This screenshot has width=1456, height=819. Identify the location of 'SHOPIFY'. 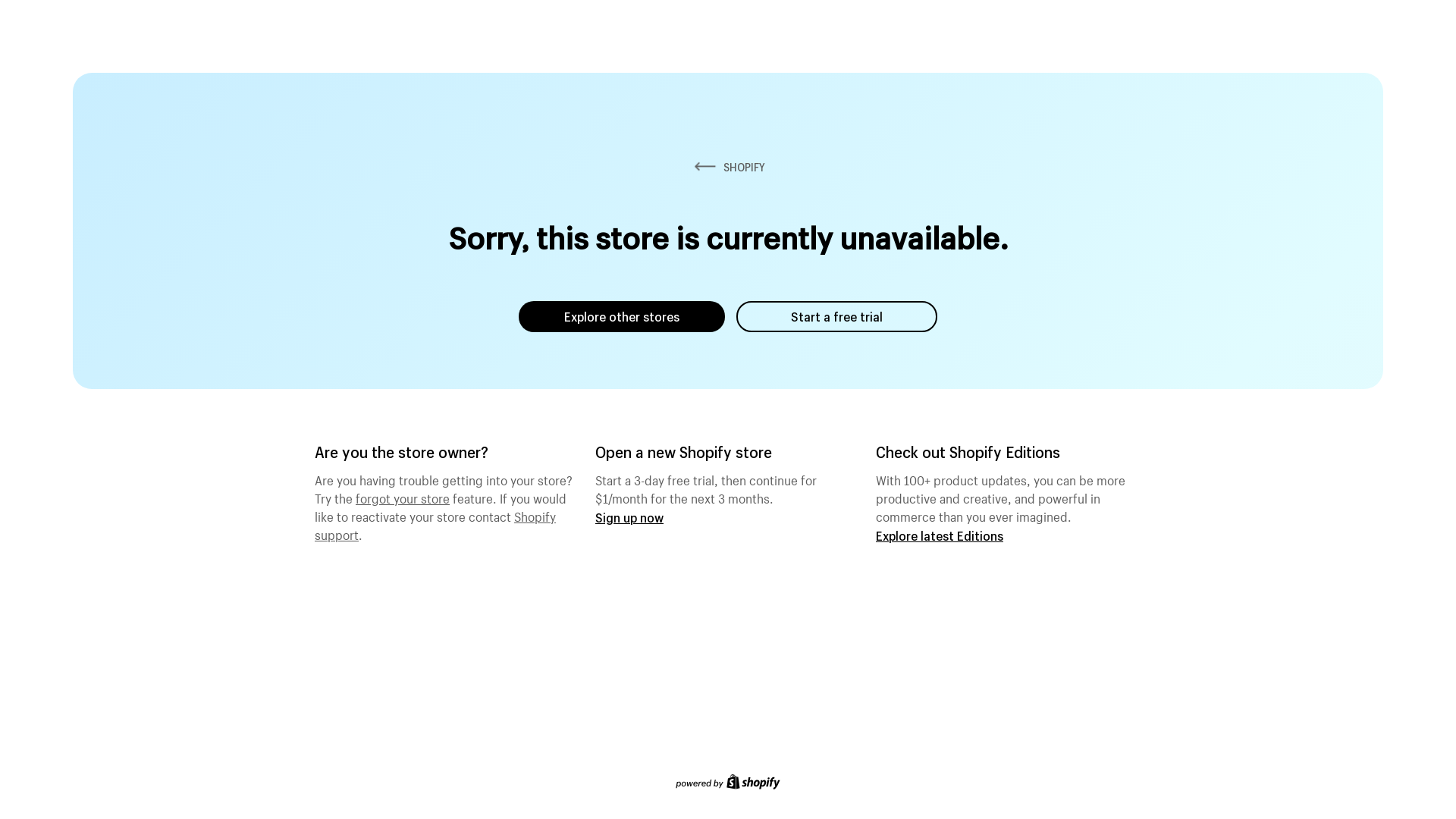
(728, 167).